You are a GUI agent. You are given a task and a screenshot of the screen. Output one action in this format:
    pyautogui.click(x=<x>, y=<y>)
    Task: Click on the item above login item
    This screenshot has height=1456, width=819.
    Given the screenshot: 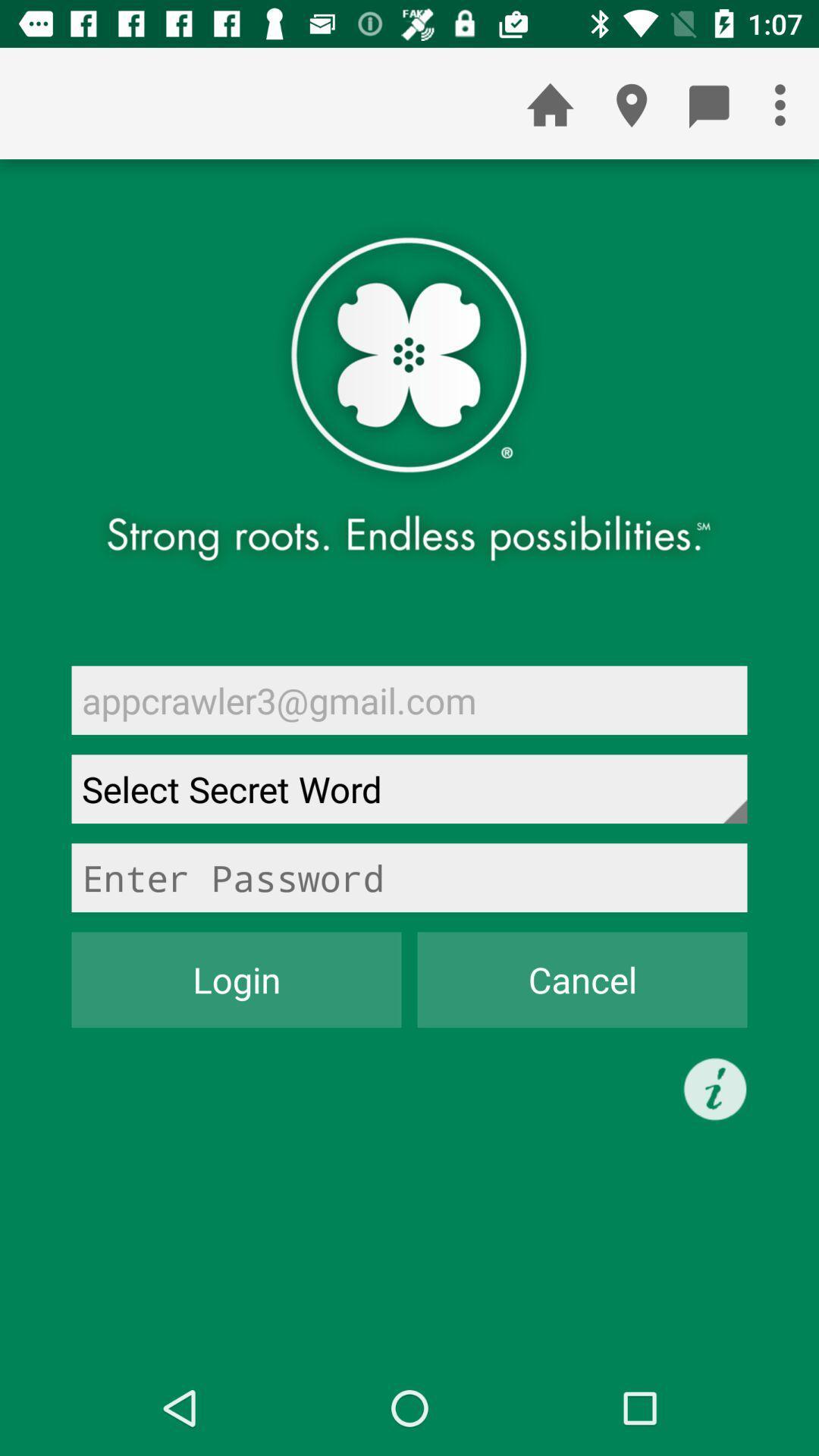 What is the action you would take?
    pyautogui.click(x=409, y=877)
    